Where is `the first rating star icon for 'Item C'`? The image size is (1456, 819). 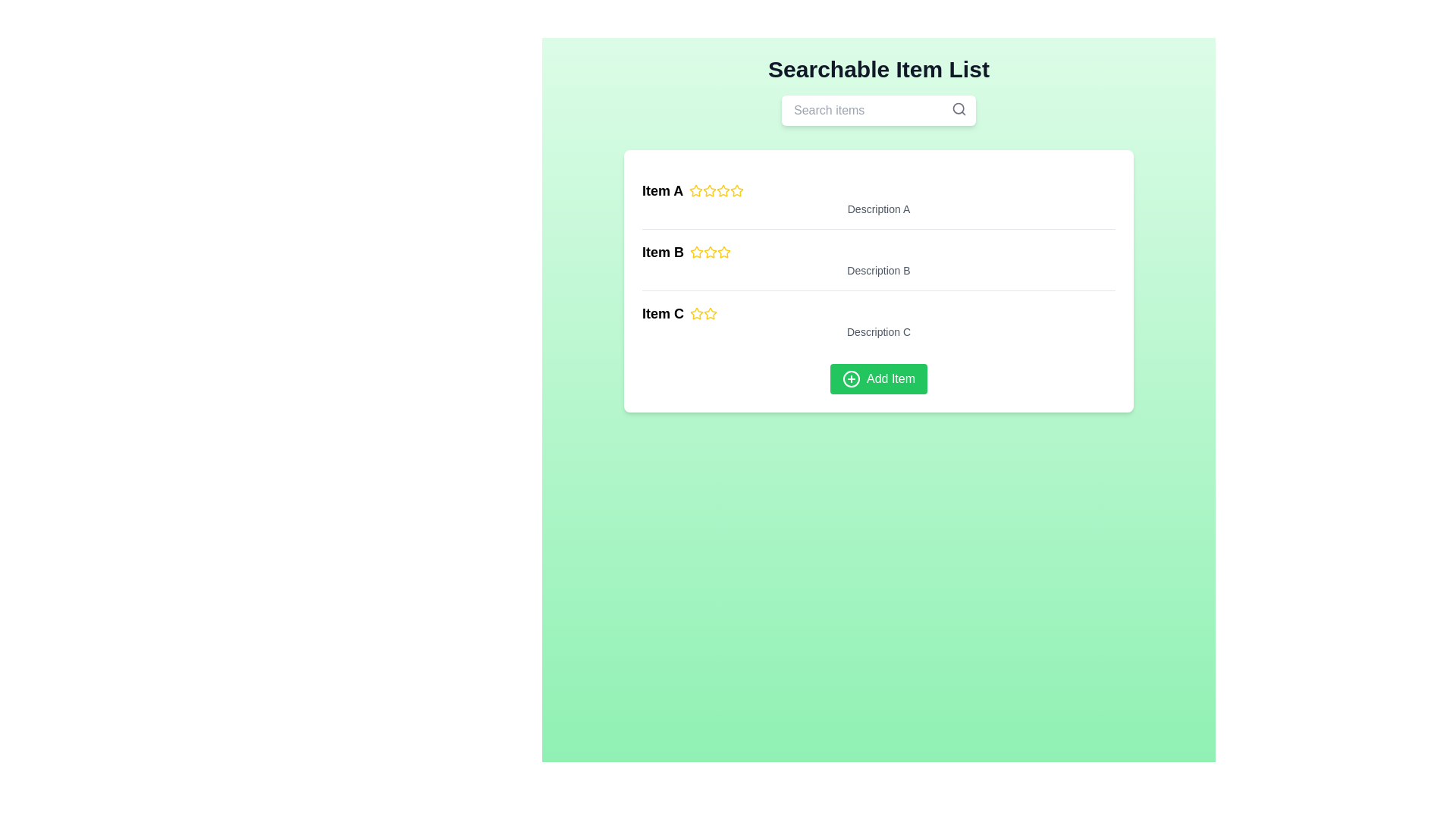 the first rating star icon for 'Item C' is located at coordinates (695, 312).